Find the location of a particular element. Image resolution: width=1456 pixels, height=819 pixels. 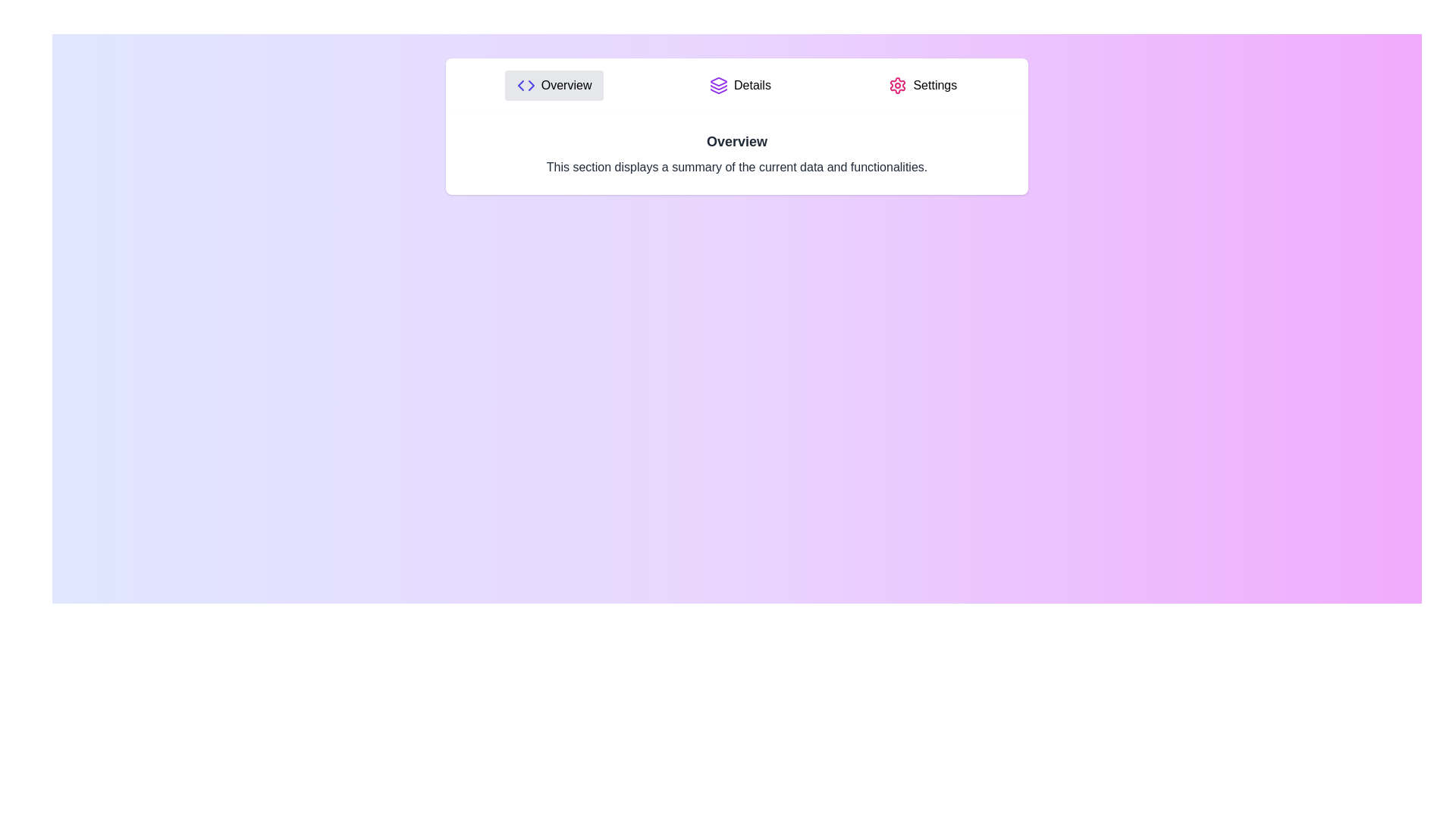

the purple icon resembling stacked lines, which is the third segment of the icon group above the 'Details' label is located at coordinates (717, 91).